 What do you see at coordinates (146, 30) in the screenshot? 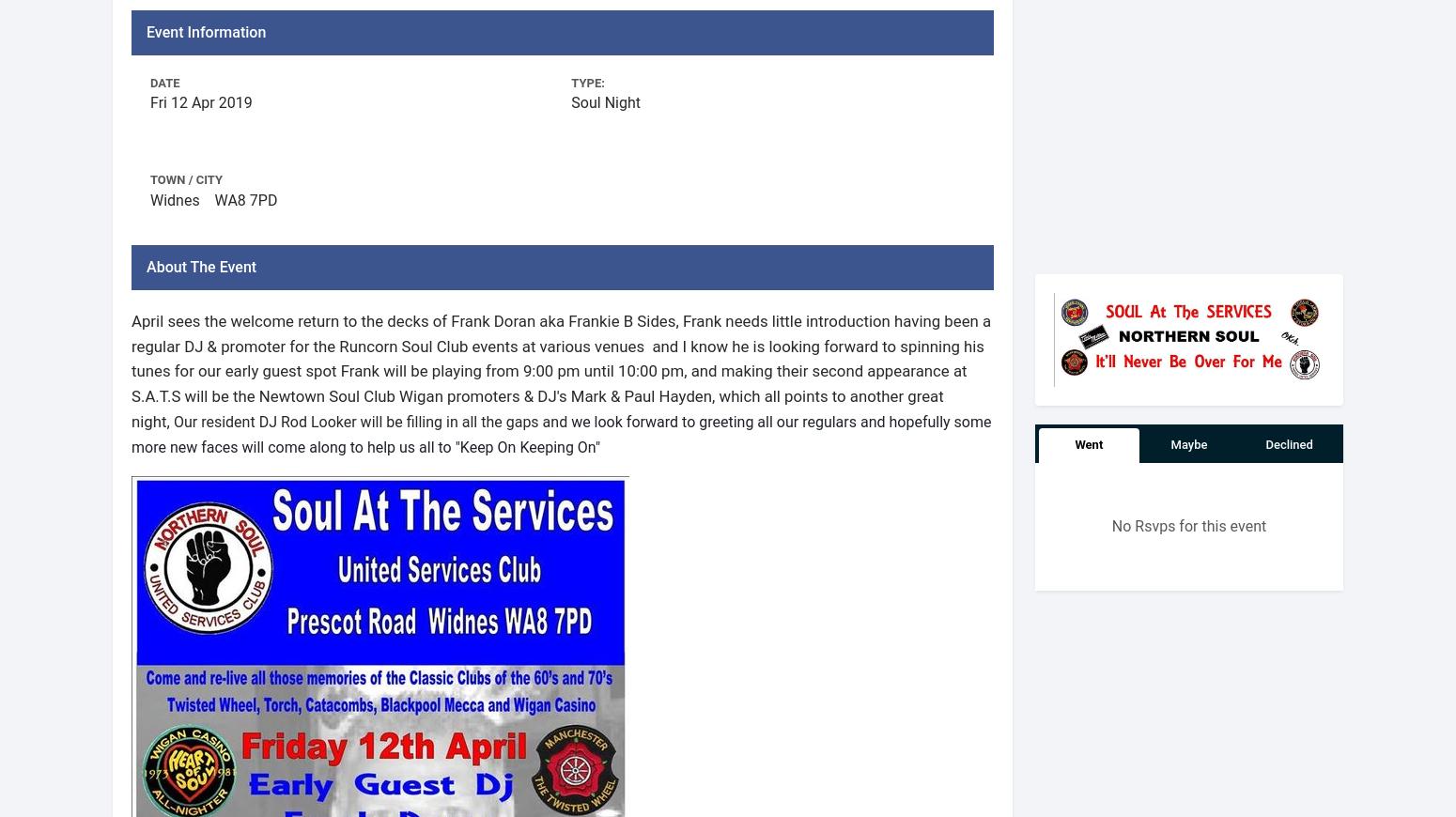
I see `'Event Information'` at bounding box center [146, 30].